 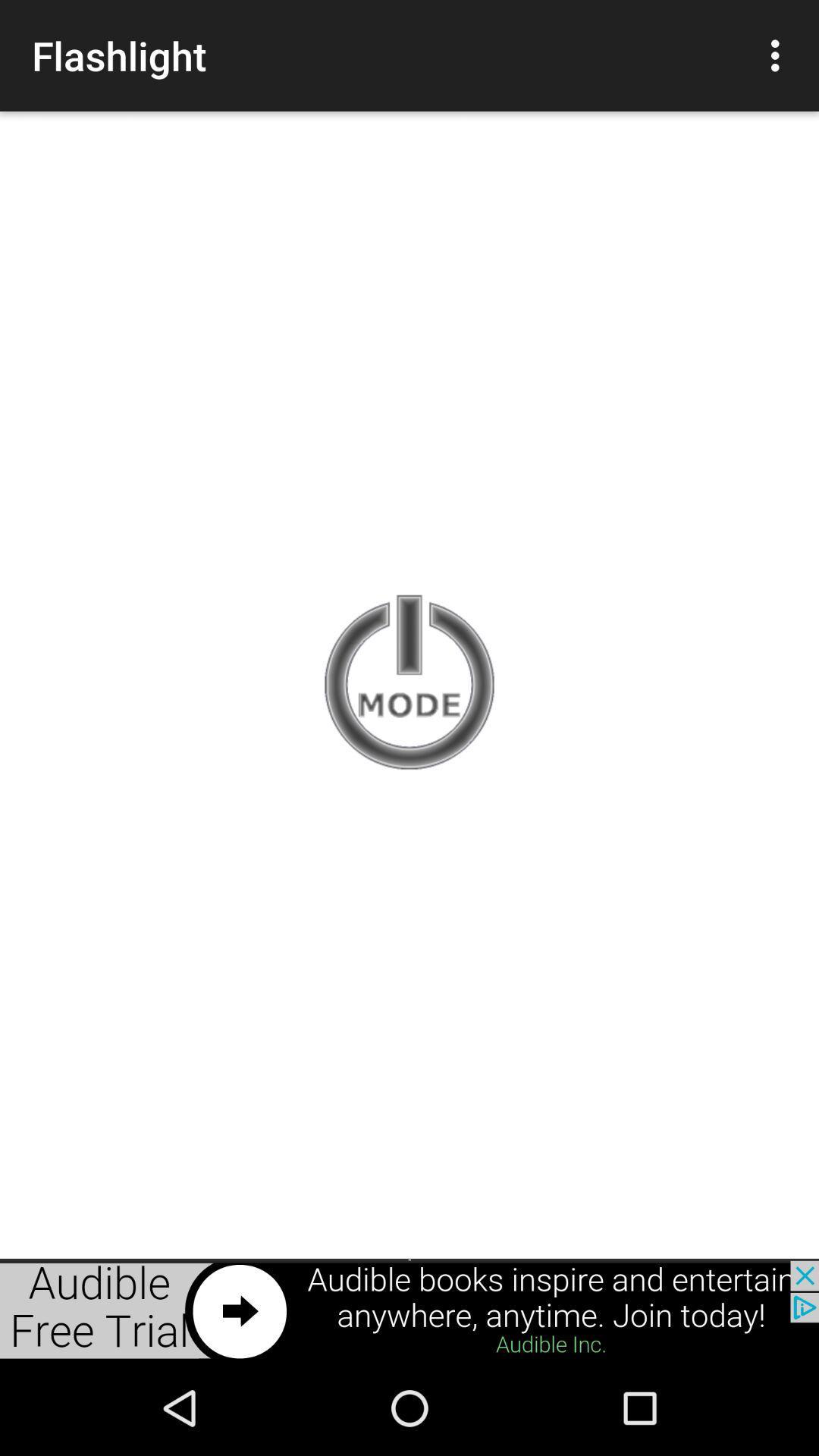 I want to click on turn on, so click(x=409, y=683).